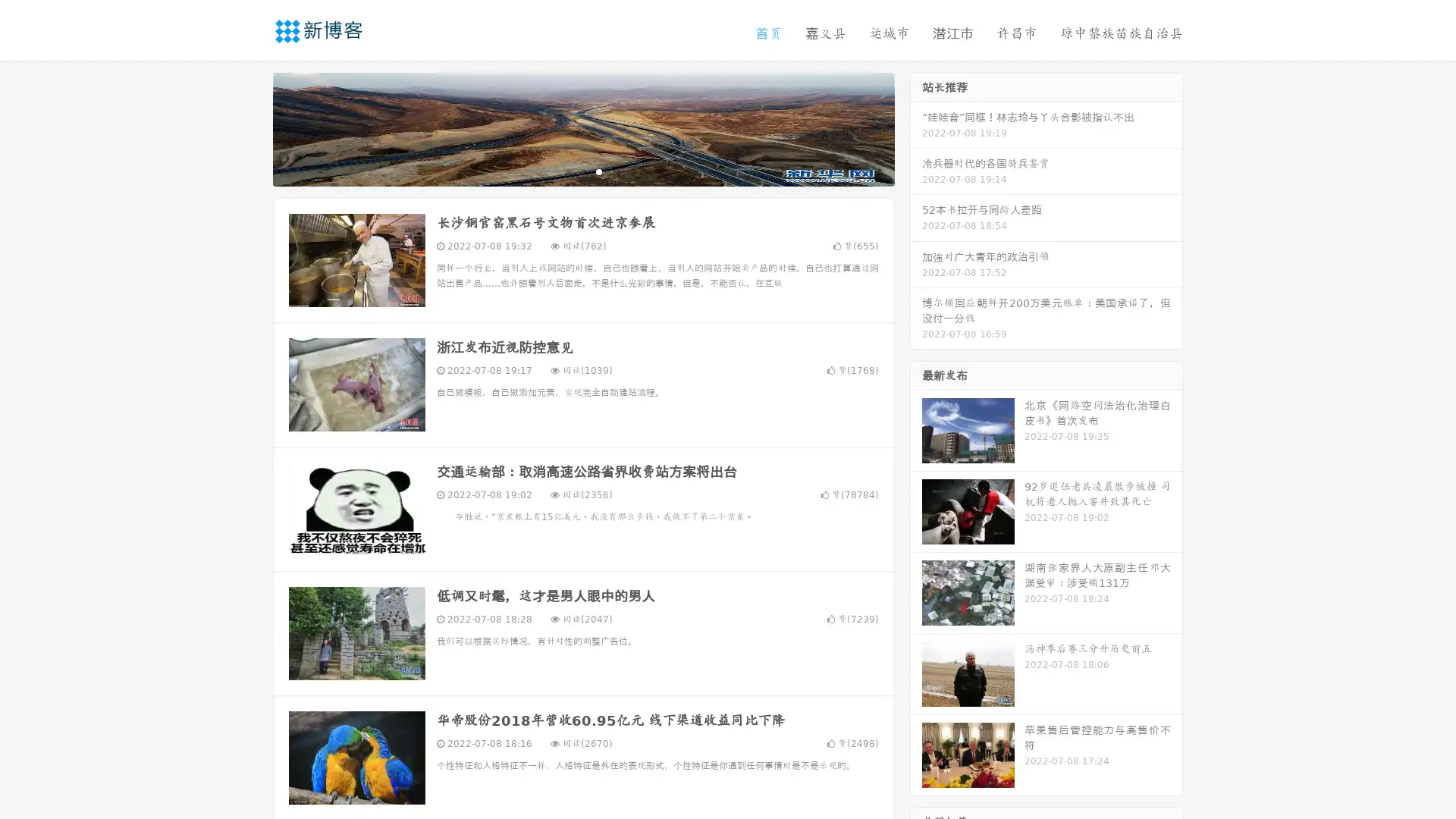 This screenshot has height=819, width=1456. I want to click on Next slide, so click(916, 127).